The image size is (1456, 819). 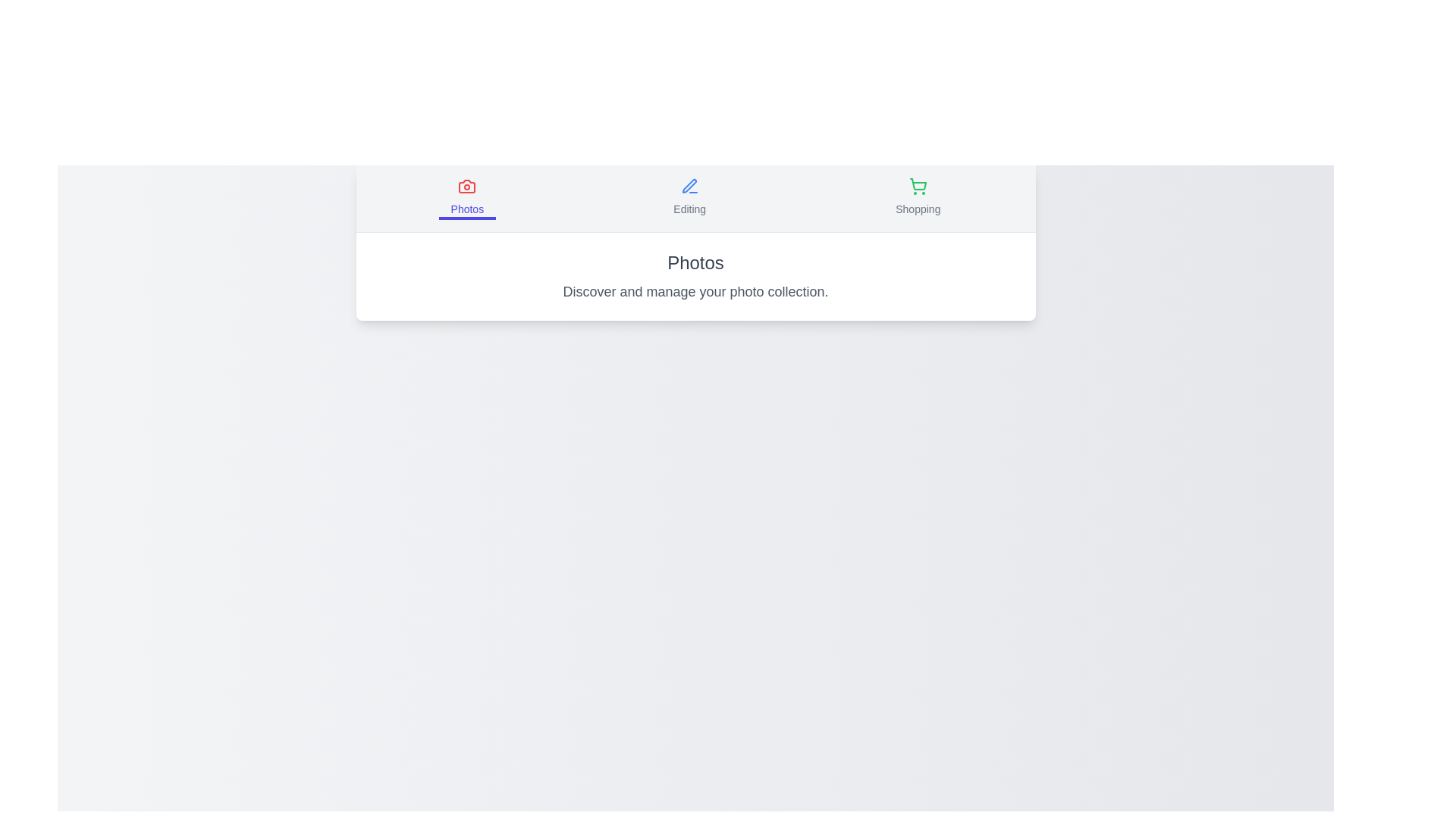 I want to click on the Shopping tab to view its content, so click(x=916, y=198).